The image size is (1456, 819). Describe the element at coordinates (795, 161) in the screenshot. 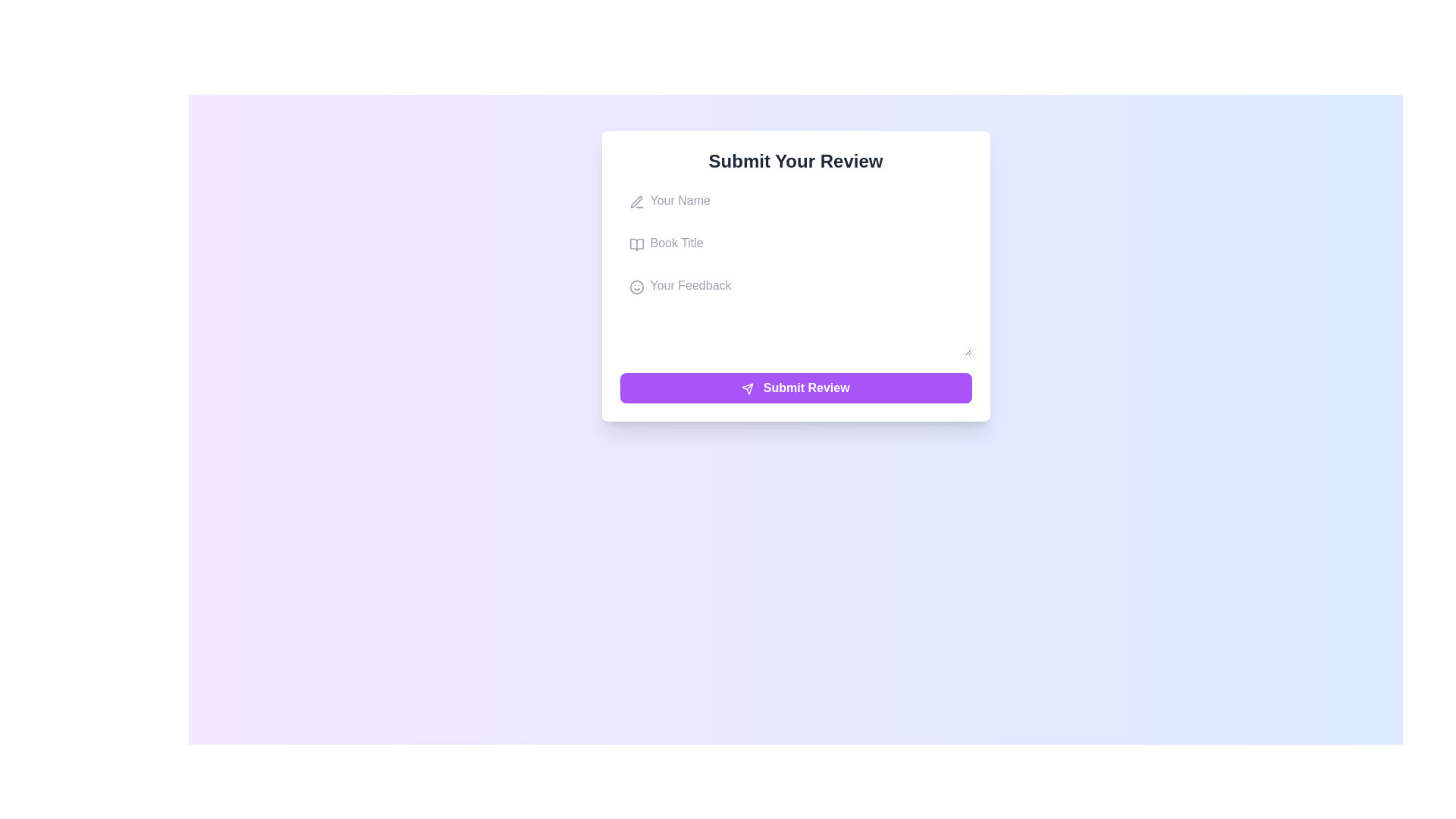

I see `the static text displaying 'Submit Your Review', which is styled with a bold, large font and is dark gray in color` at that location.